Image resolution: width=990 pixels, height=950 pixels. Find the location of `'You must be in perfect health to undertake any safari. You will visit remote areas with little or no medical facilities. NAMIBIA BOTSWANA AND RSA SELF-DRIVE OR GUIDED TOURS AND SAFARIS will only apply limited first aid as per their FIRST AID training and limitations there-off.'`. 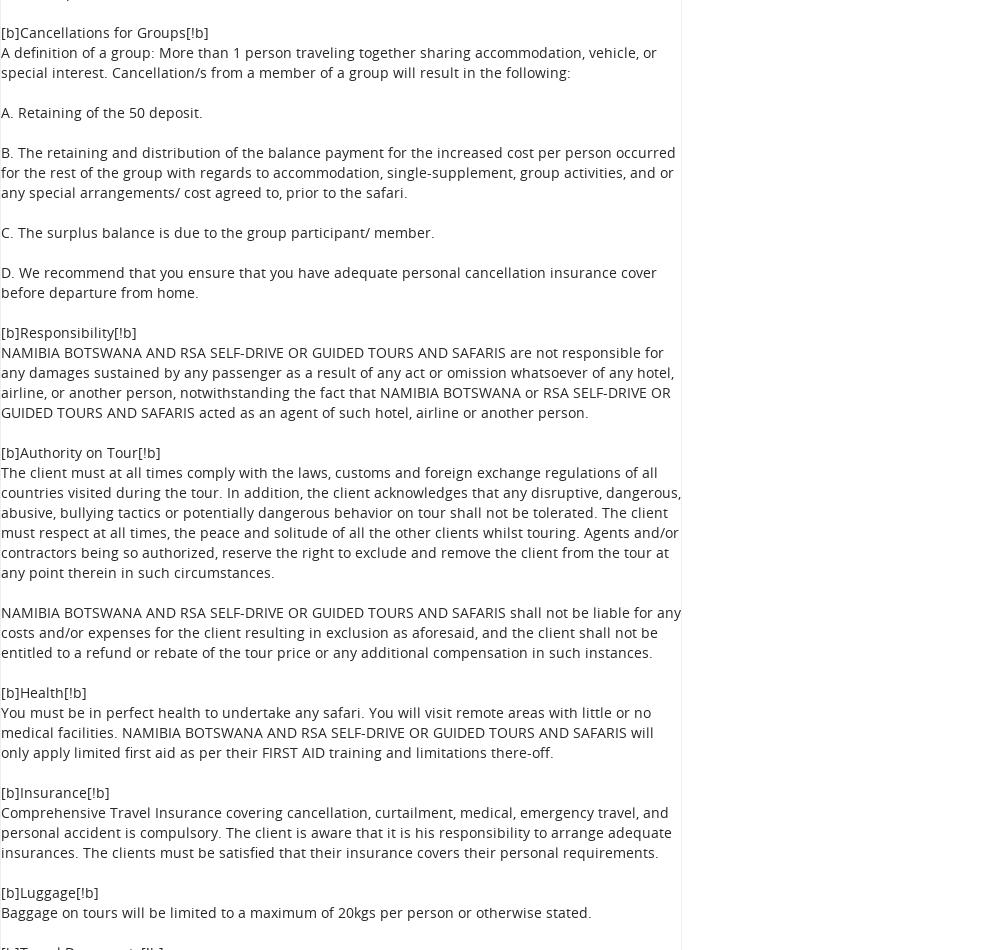

'You must be in perfect health to undertake any safari. You will visit remote areas with little or no medical facilities. NAMIBIA BOTSWANA AND RSA SELF-DRIVE OR GUIDED TOURS AND SAFARIS will only apply limited first aid as per their FIRST AID training and limitations there-off.' is located at coordinates (326, 731).